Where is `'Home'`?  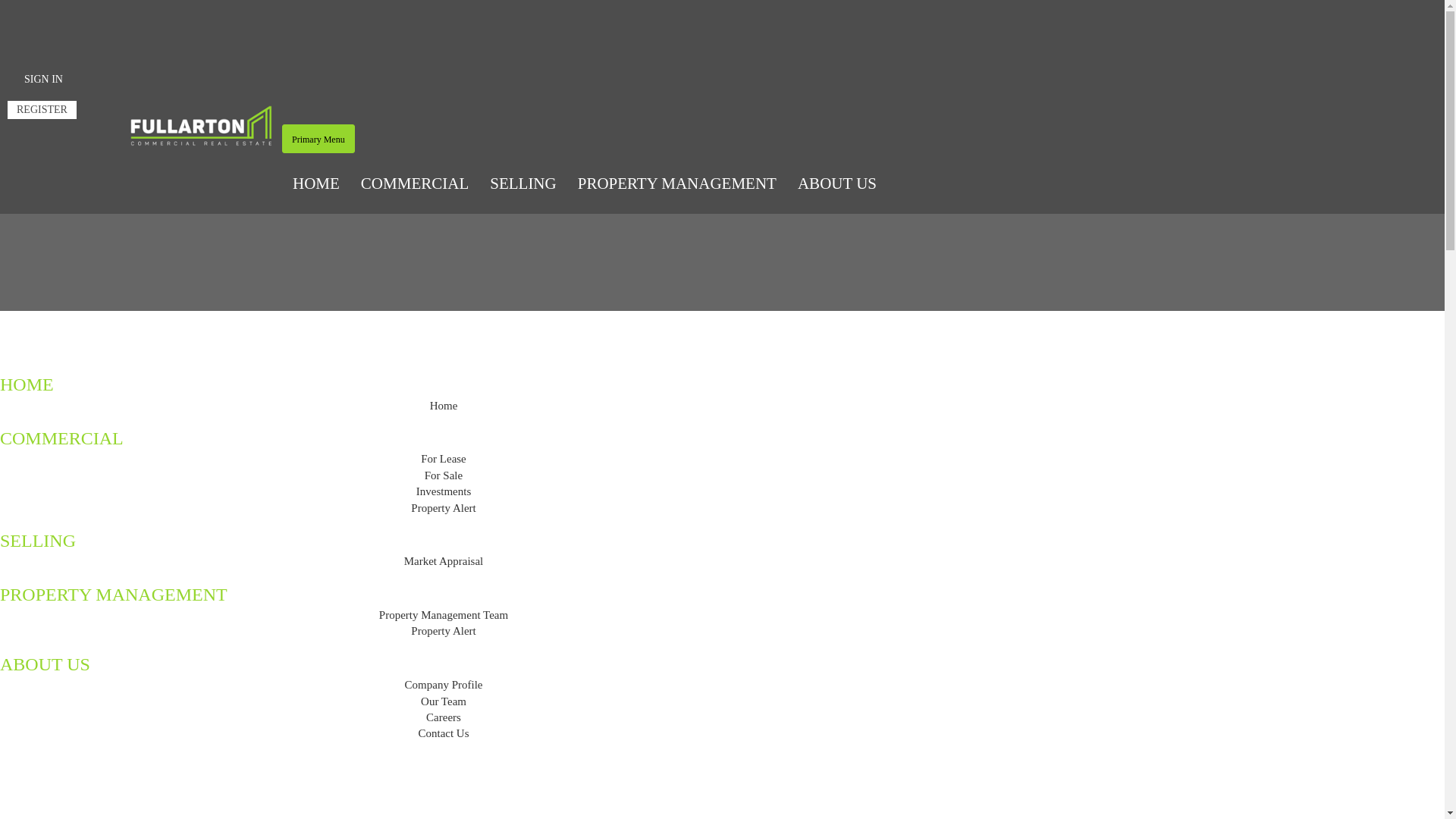
'Home' is located at coordinates (443, 405).